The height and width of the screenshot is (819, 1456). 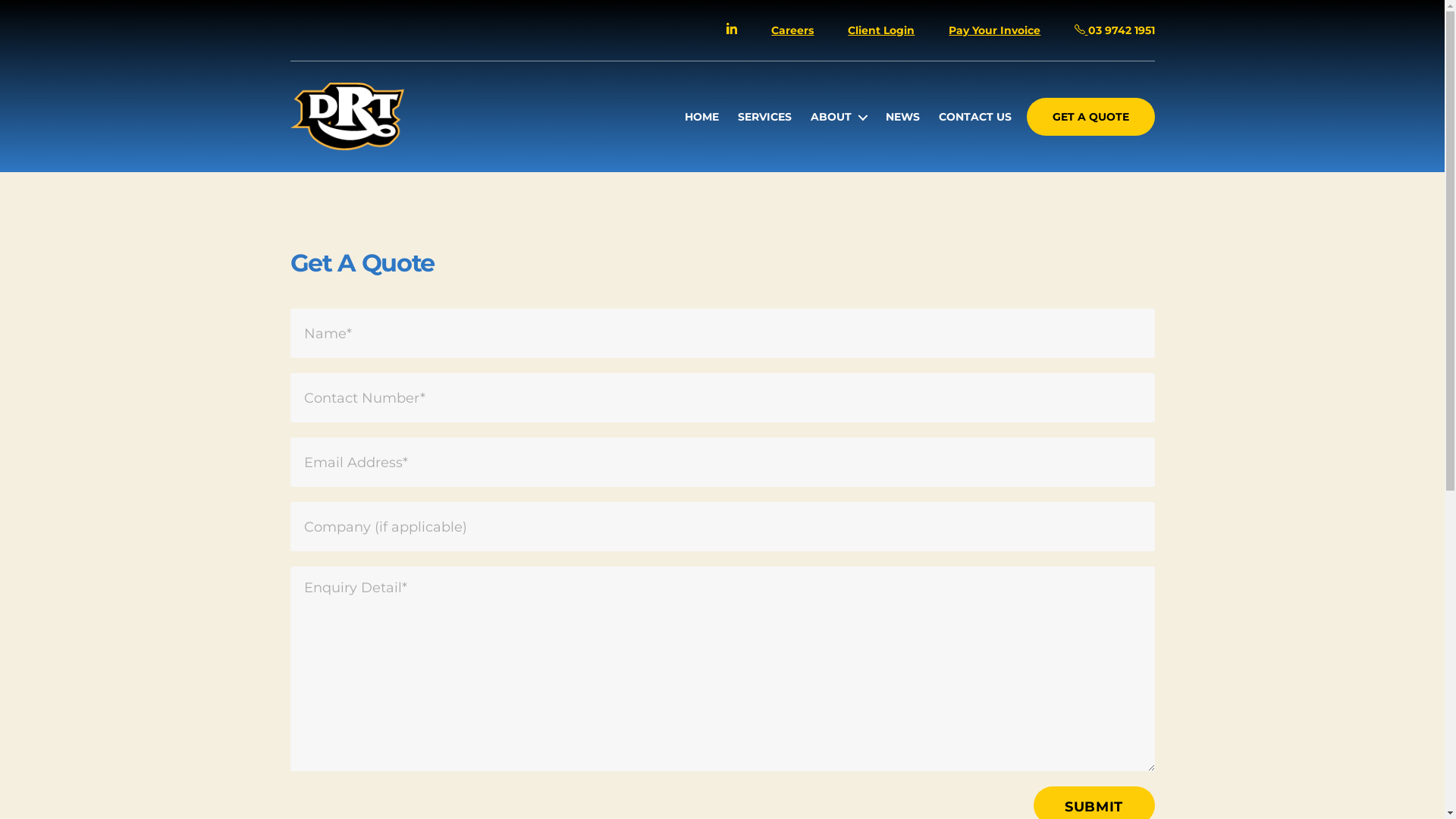 What do you see at coordinates (902, 116) in the screenshot?
I see `'NEWS'` at bounding box center [902, 116].